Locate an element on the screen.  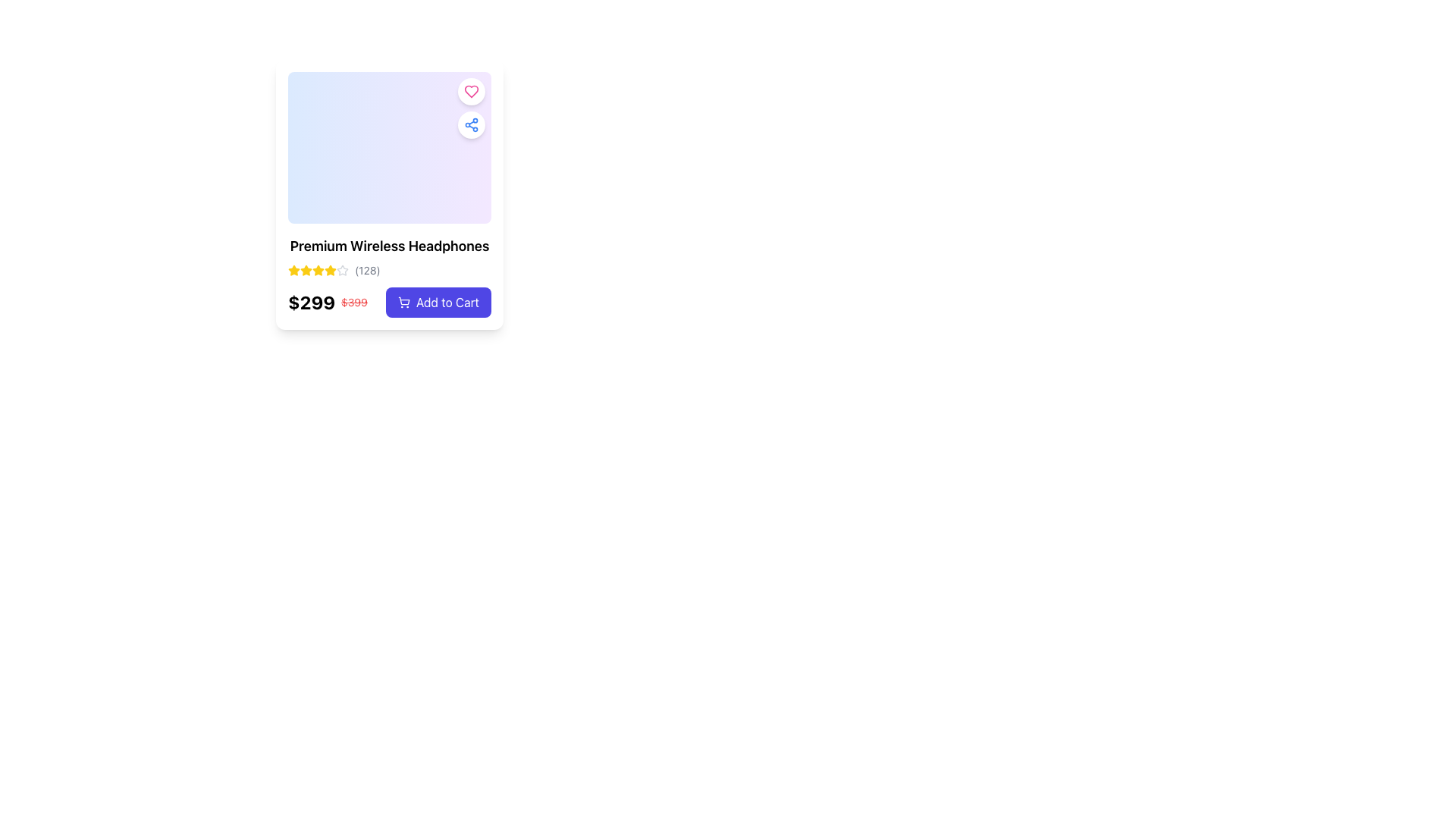
the text label that reads 'Premium Wireless Headphones', which is styled in bold and centrally aligned within a product card interface is located at coordinates (389, 245).